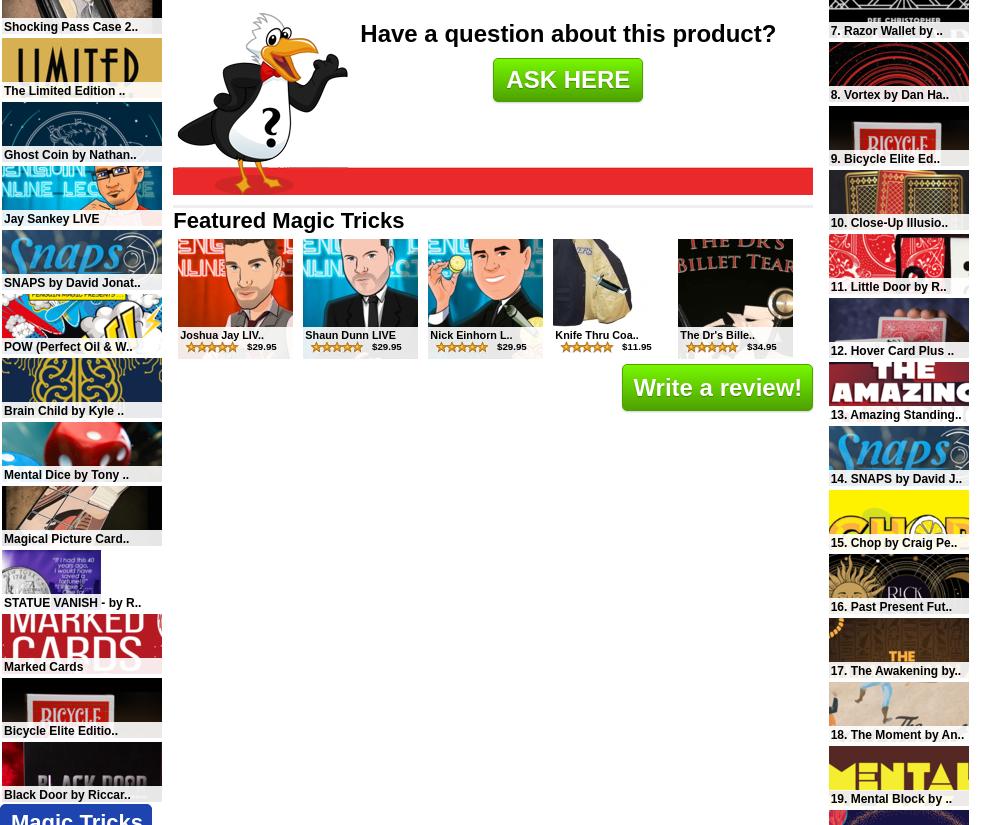 The height and width of the screenshot is (825, 1002). Describe the element at coordinates (717, 332) in the screenshot. I see `'The Dr's Bille..'` at that location.